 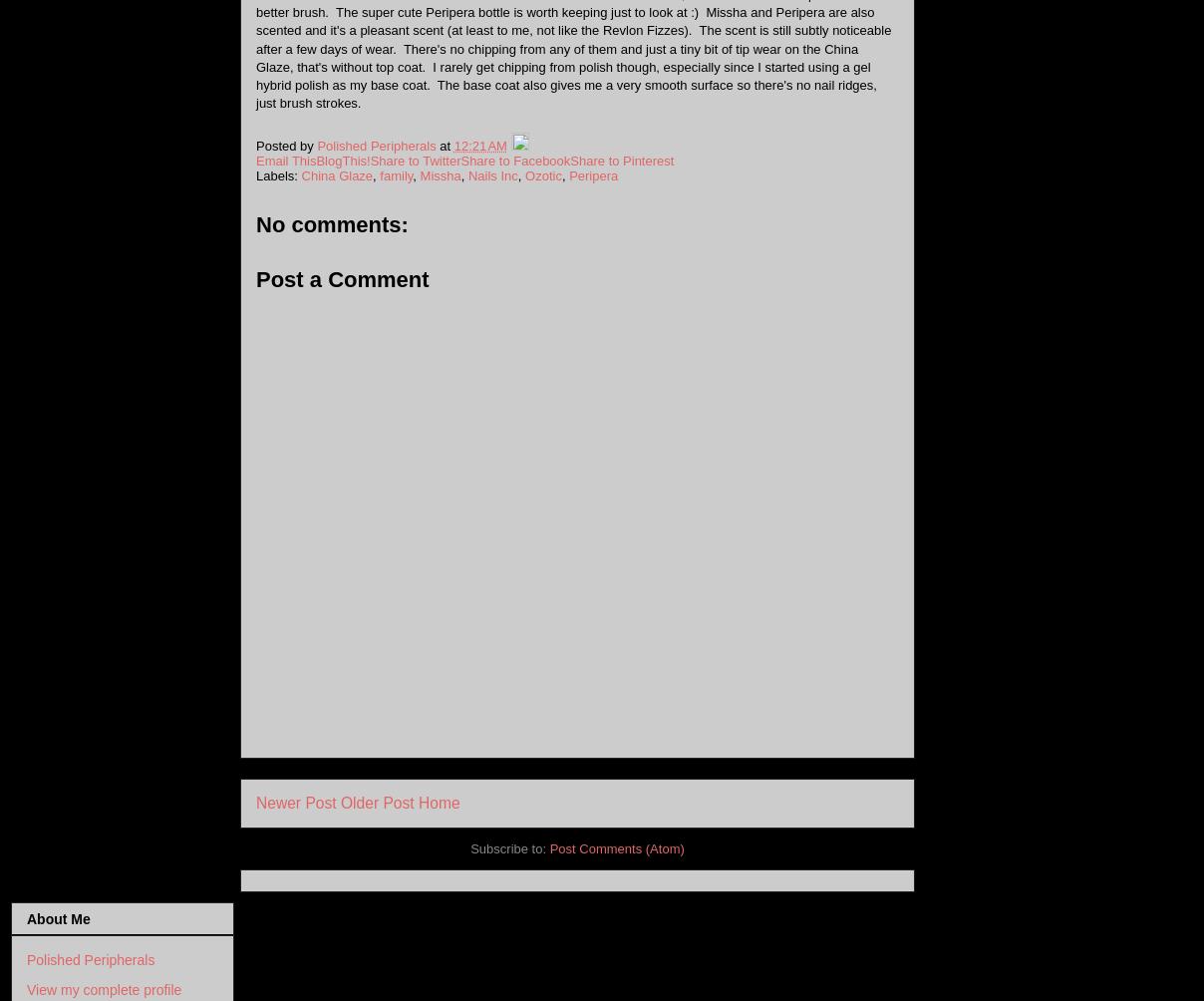 I want to click on 'Labels:', so click(x=278, y=173).